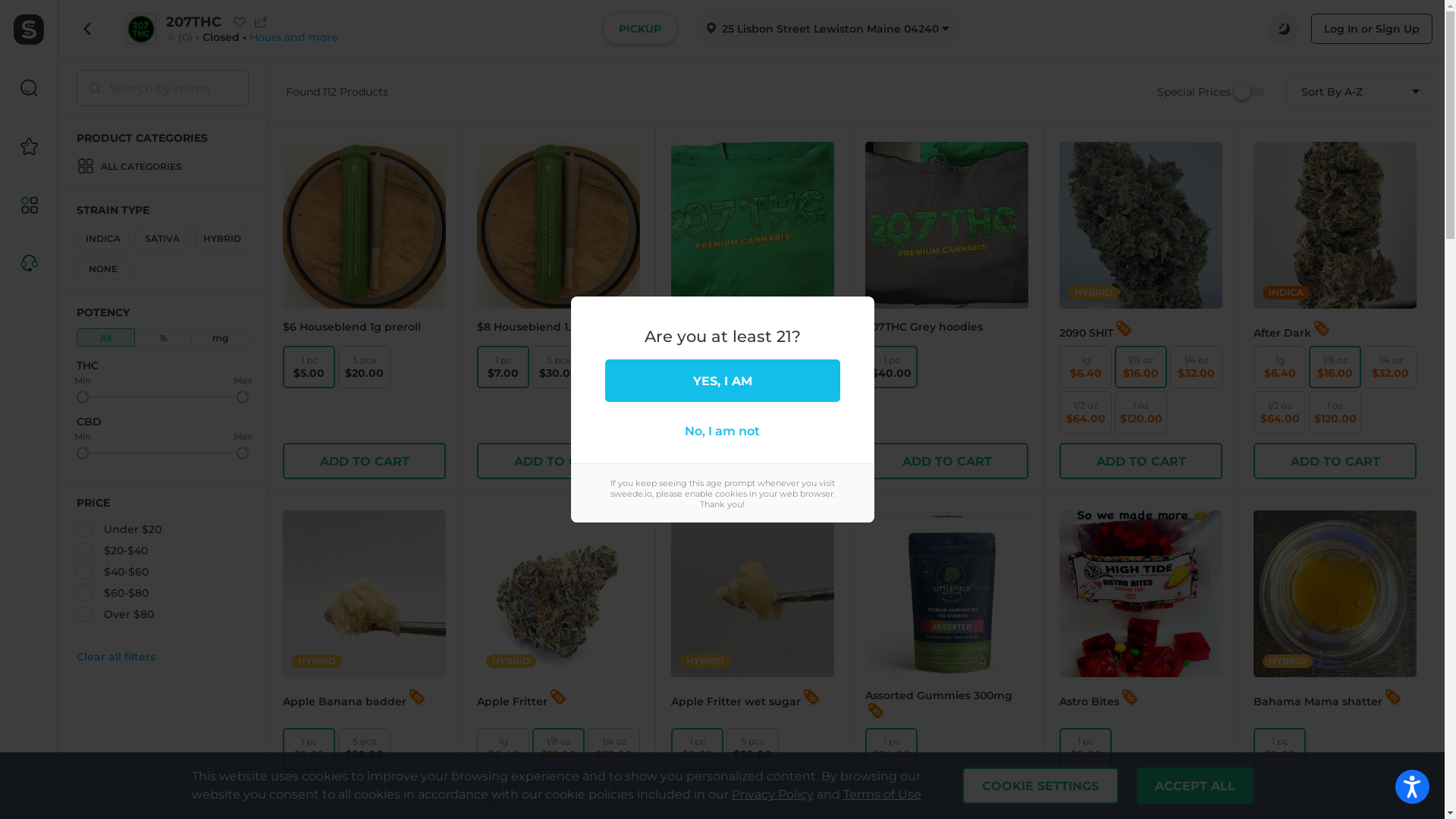  What do you see at coordinates (163, 336) in the screenshot?
I see `'%'` at bounding box center [163, 336].